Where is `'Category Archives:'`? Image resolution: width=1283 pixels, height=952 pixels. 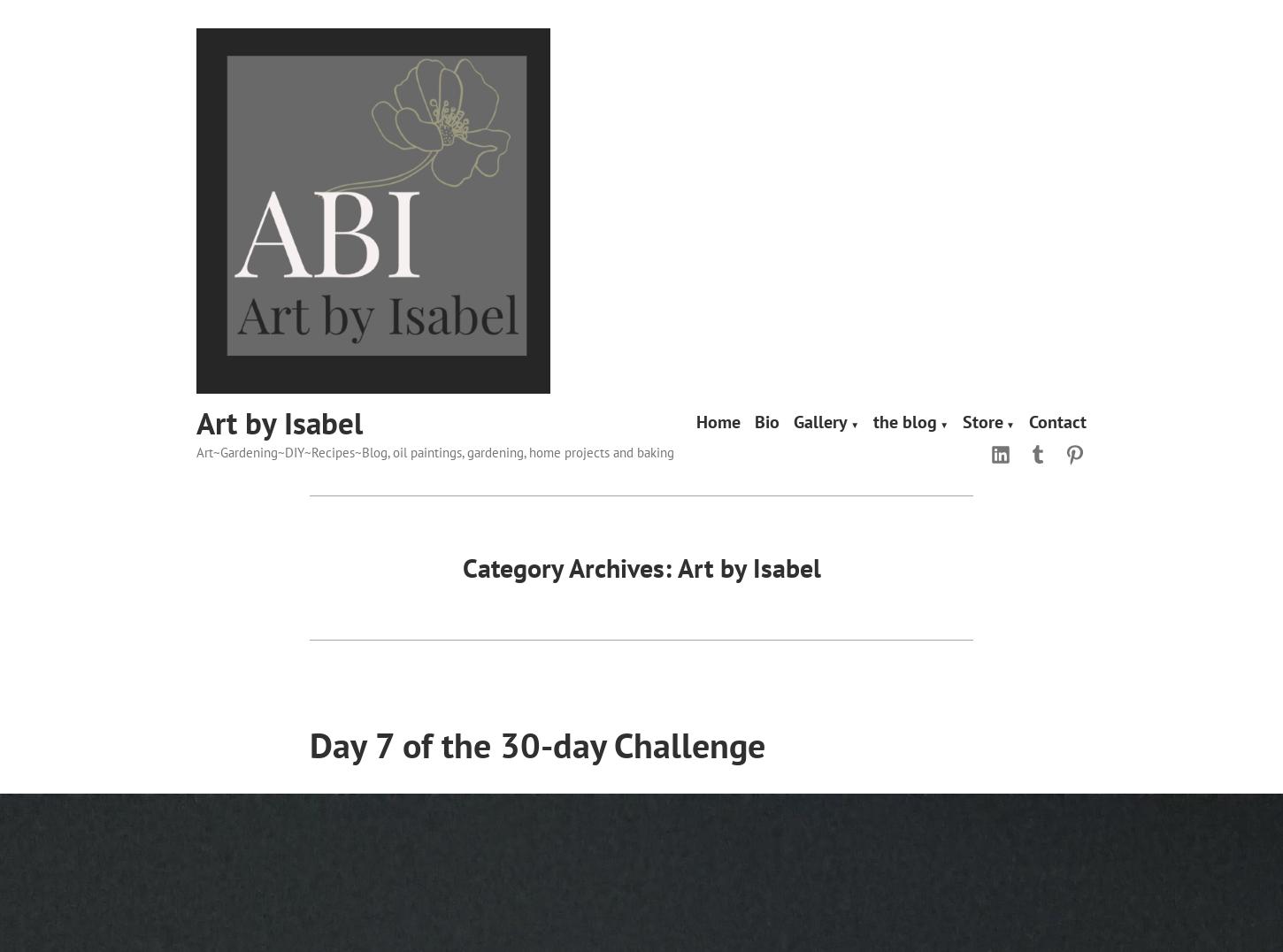
'Category Archives:' is located at coordinates (568, 565).